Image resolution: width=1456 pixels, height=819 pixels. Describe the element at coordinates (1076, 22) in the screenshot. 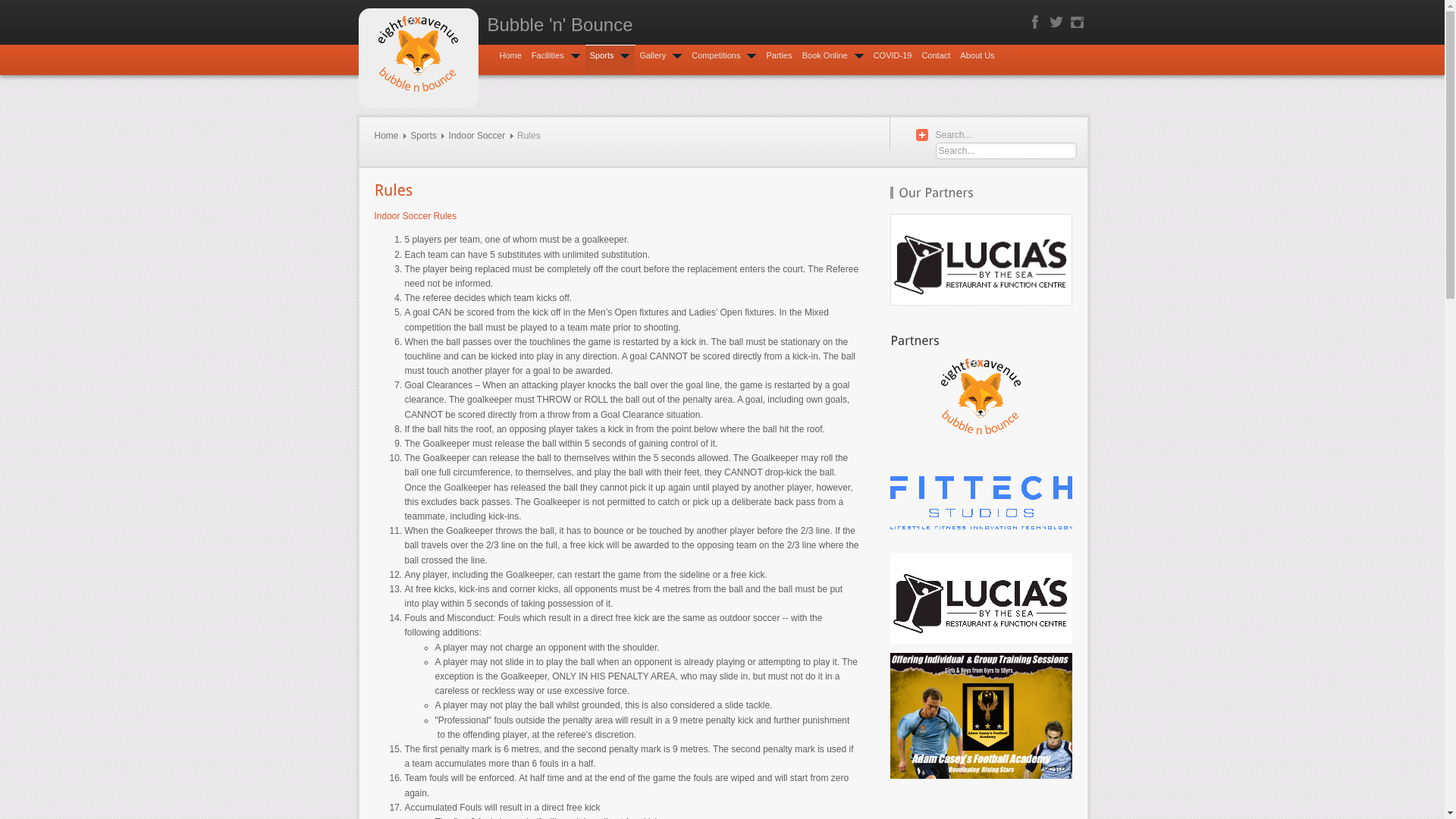

I see `'Instagram'` at that location.